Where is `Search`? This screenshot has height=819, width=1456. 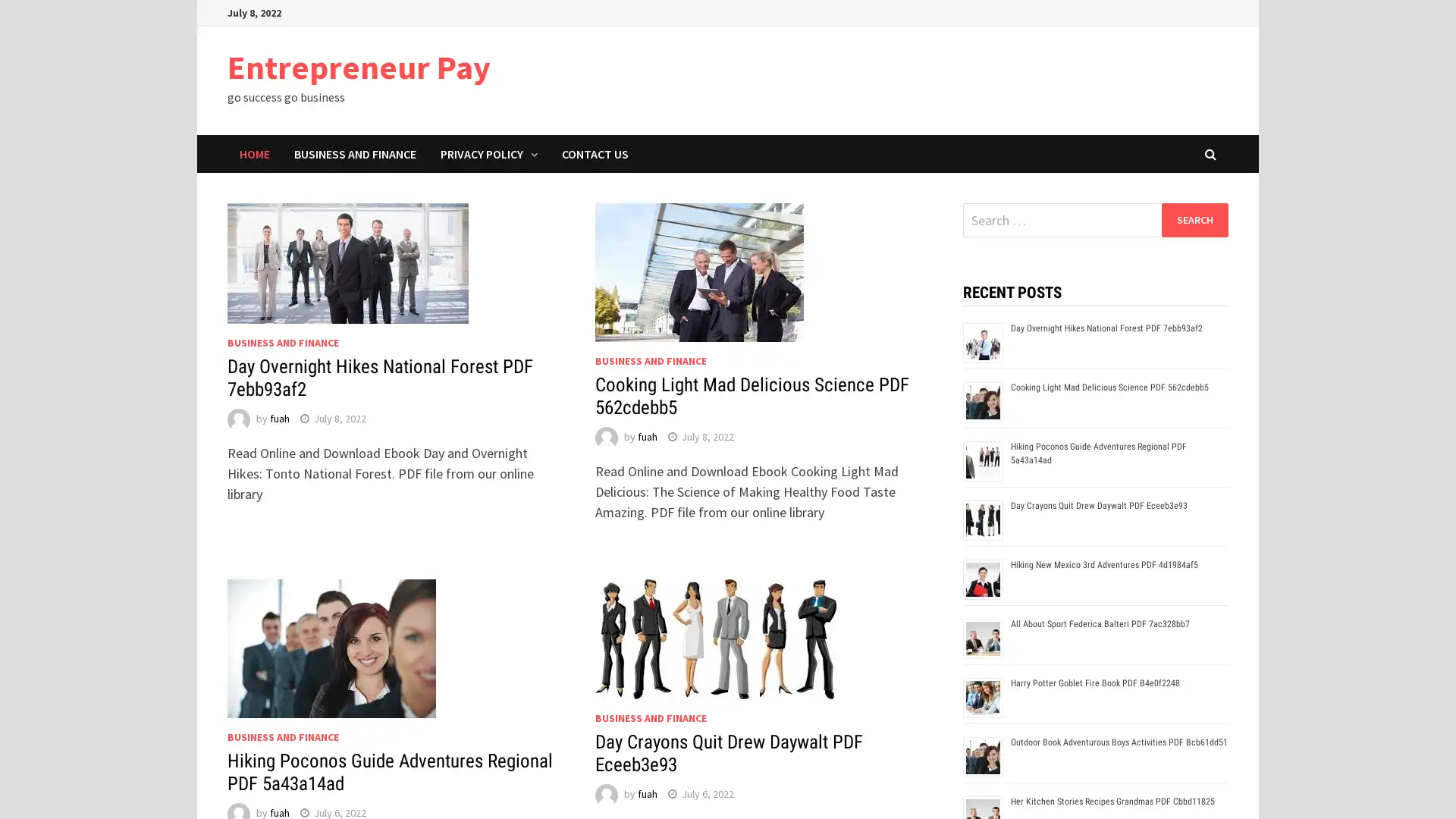
Search is located at coordinates (1194, 219).